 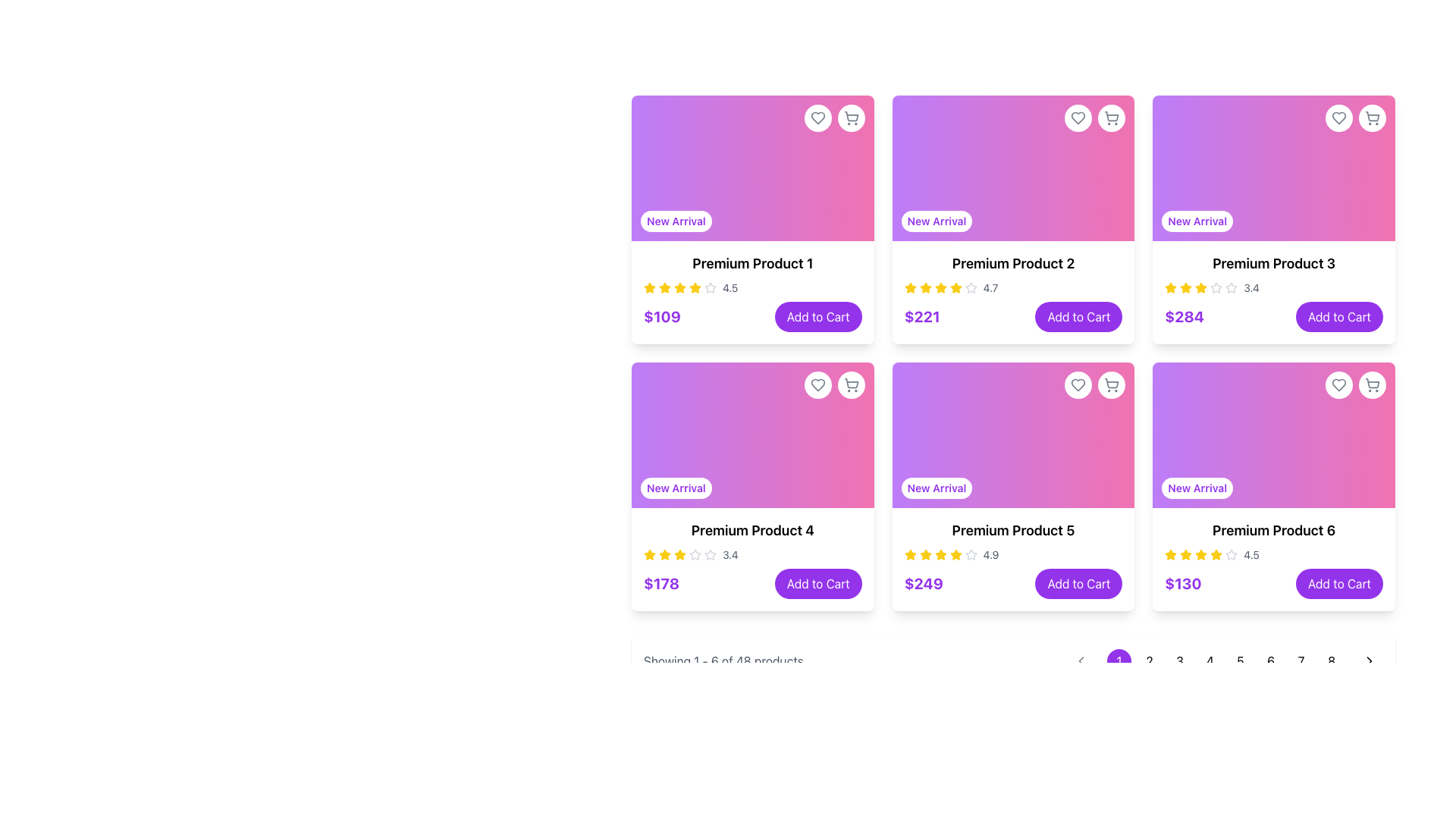 I want to click on the fourth pagination button located at the bottom-right of the page, so click(x=1210, y=660).